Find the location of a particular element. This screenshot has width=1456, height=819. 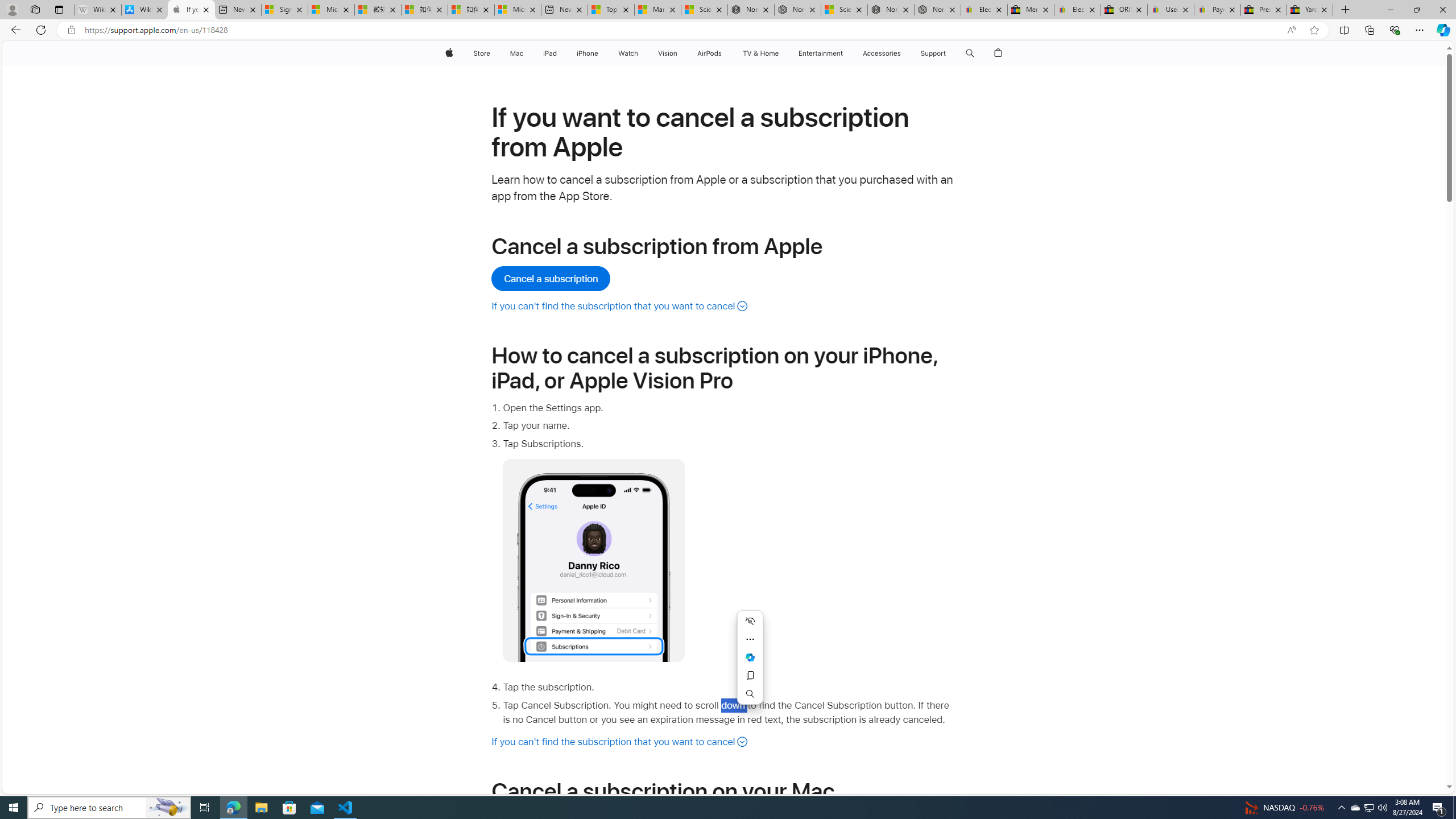

'Support' is located at coordinates (932, 53).